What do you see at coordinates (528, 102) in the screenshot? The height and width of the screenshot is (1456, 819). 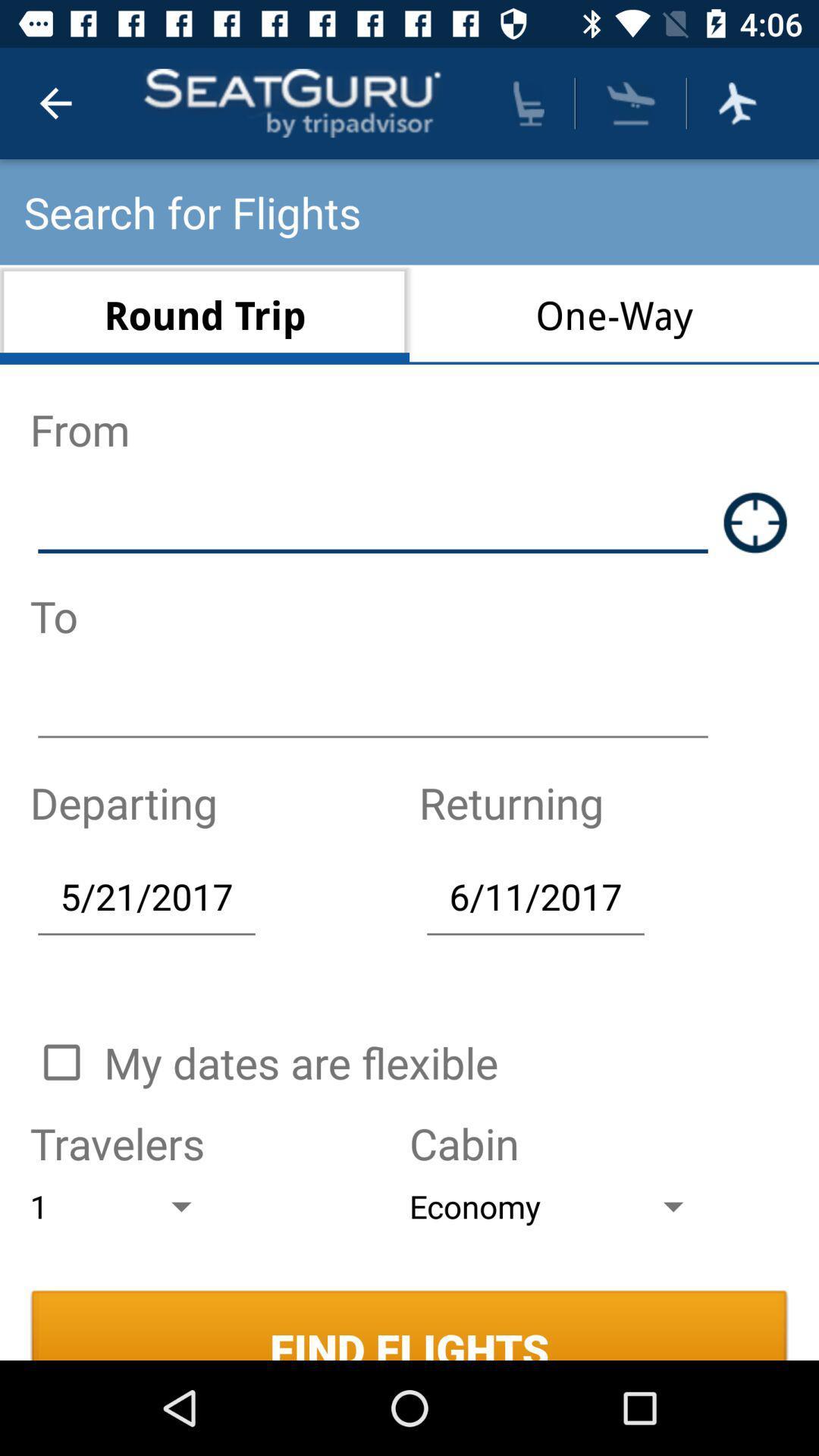 I see `plan seating` at bounding box center [528, 102].